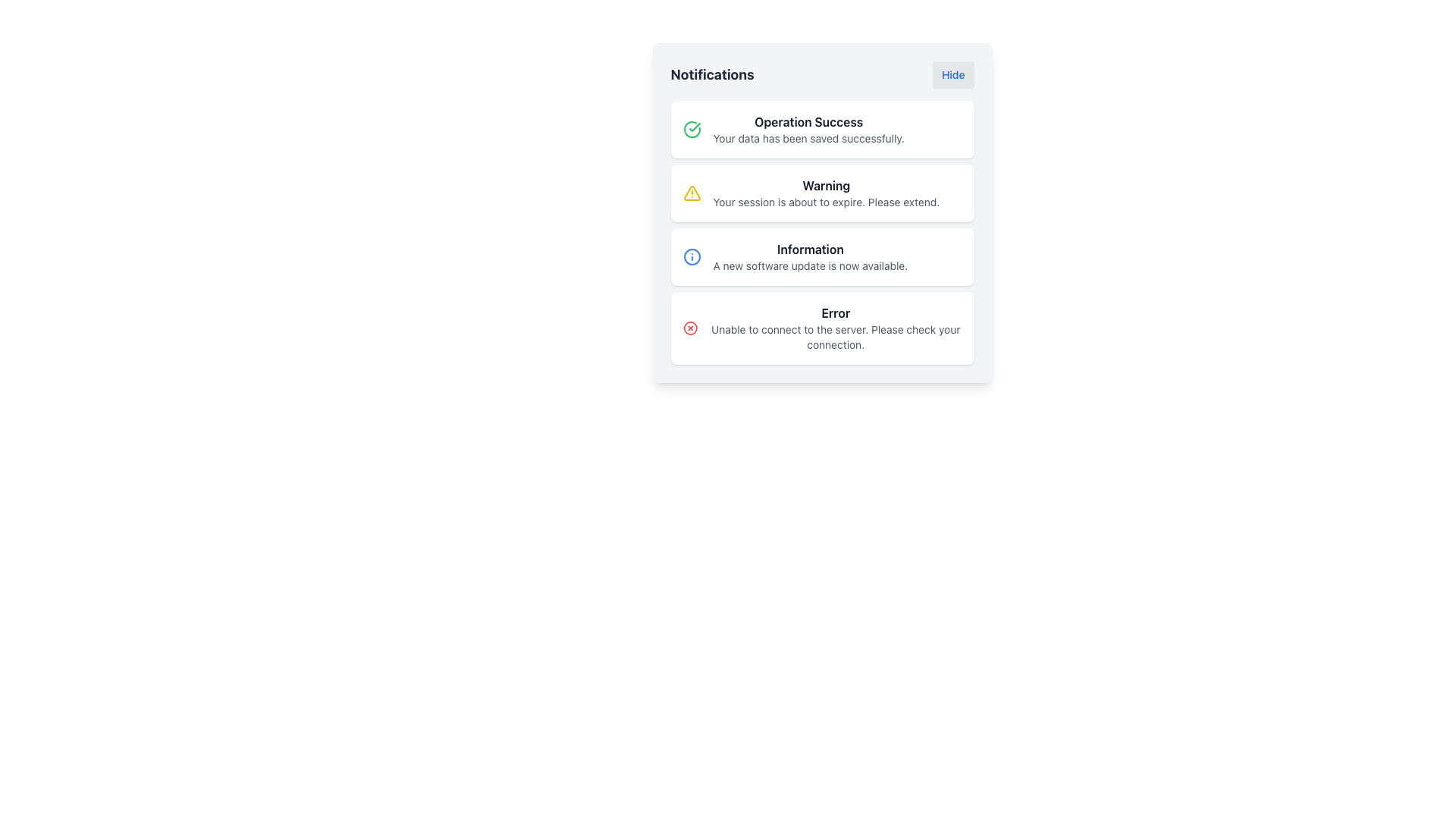 This screenshot has height=819, width=1456. I want to click on the error notification card that informs users about a connection issue, located as the fourth element in a vertical stack of notifications, so click(835, 327).